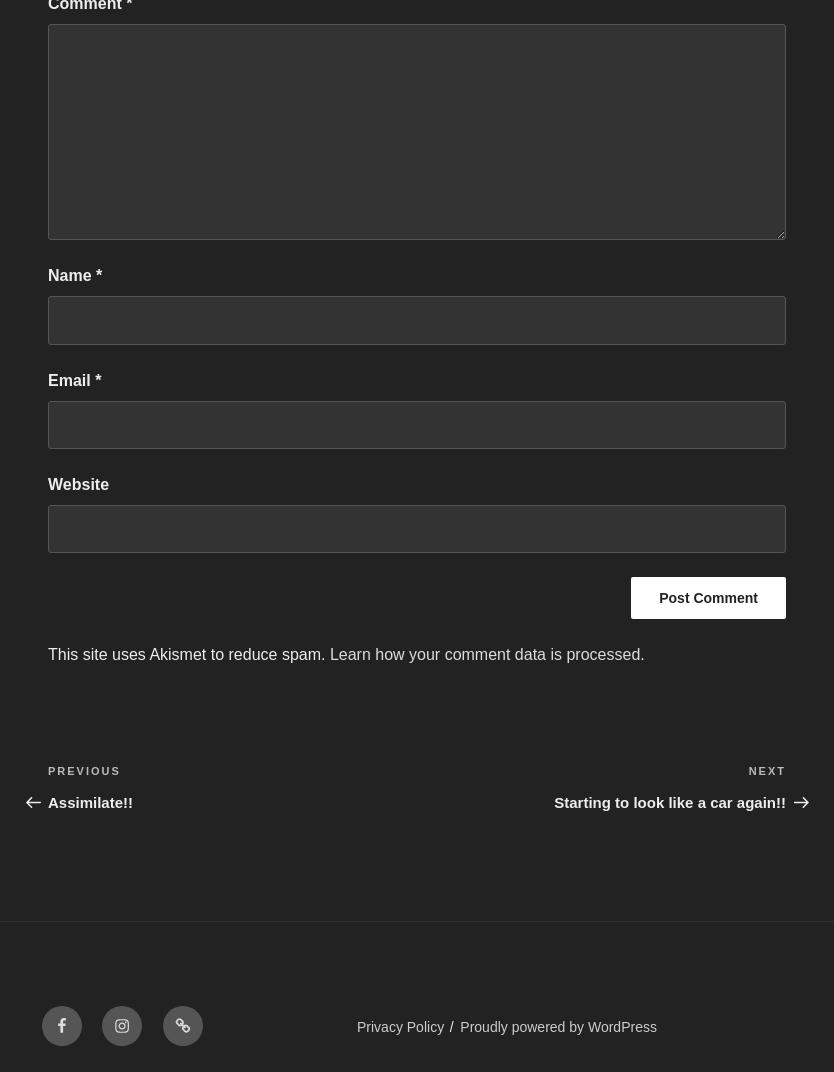  I want to click on 'This site uses Akismet to reduce spam.', so click(48, 654).